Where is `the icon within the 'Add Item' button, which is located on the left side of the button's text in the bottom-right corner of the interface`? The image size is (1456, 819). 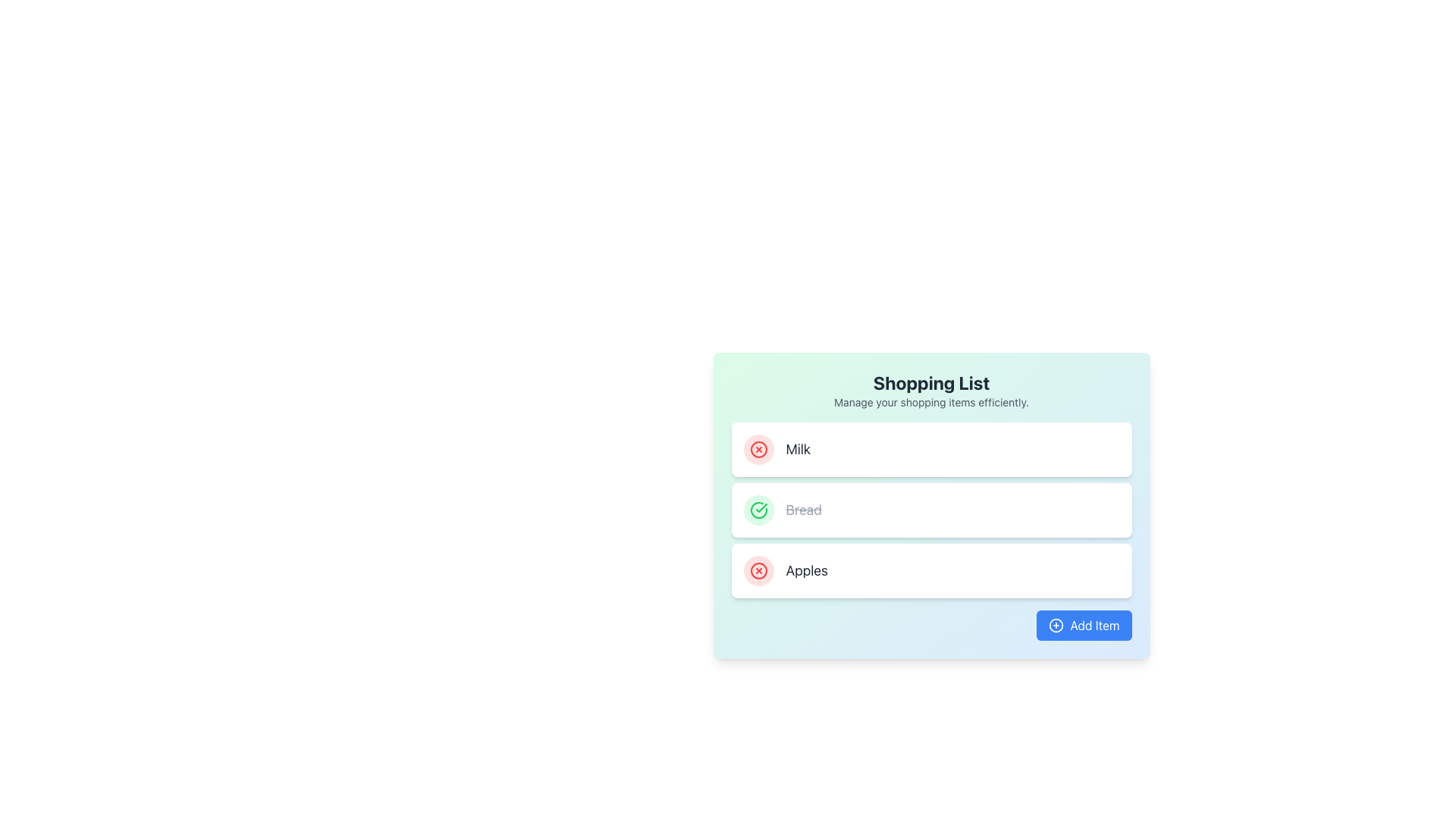
the icon within the 'Add Item' button, which is located on the left side of the button's text in the bottom-right corner of the interface is located at coordinates (1056, 626).